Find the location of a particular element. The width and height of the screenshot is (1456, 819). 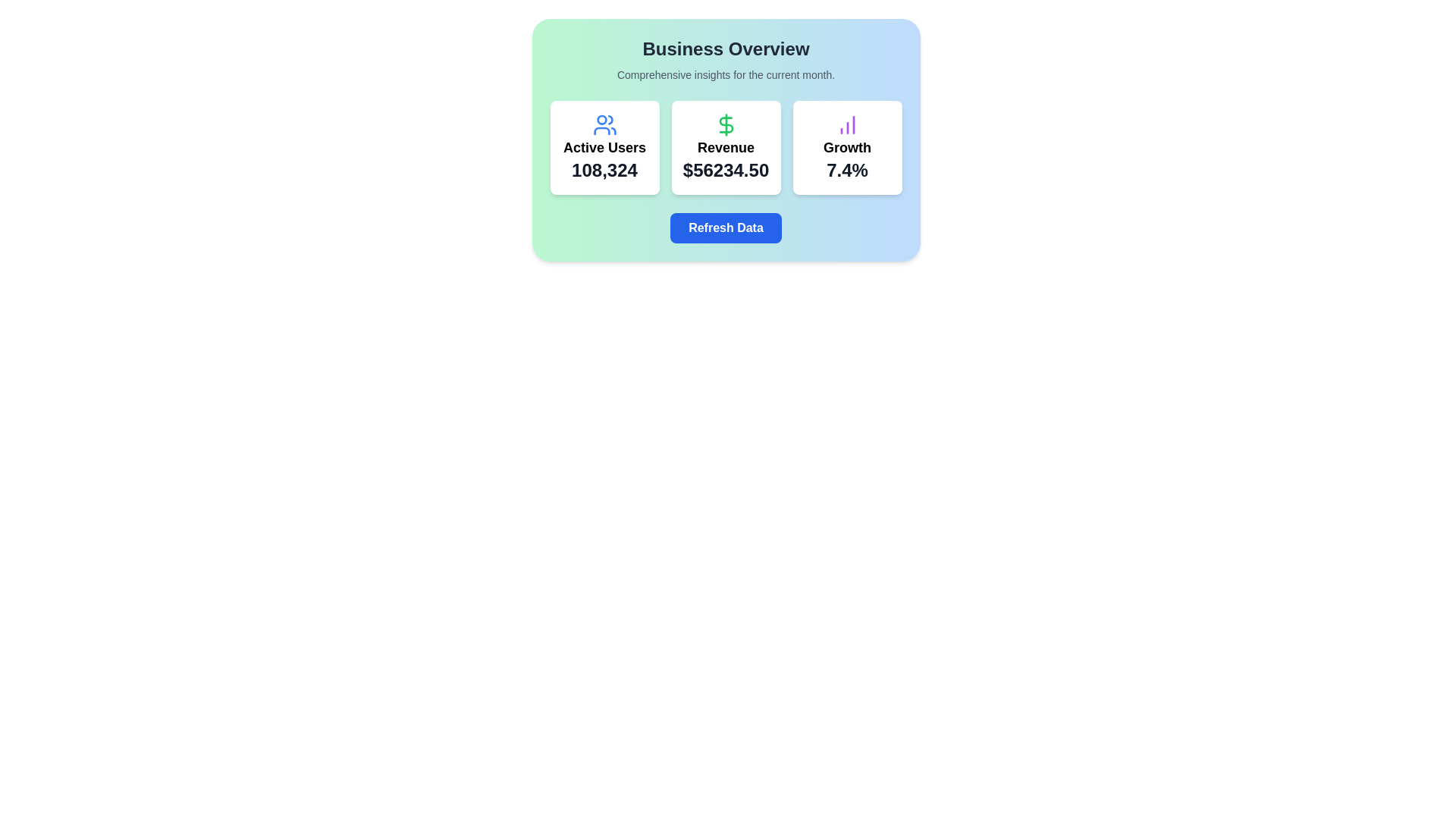

the green curved line pattern representing part of a dollar sign icon within the 'Revenue' card in the dashboard is located at coordinates (725, 124).